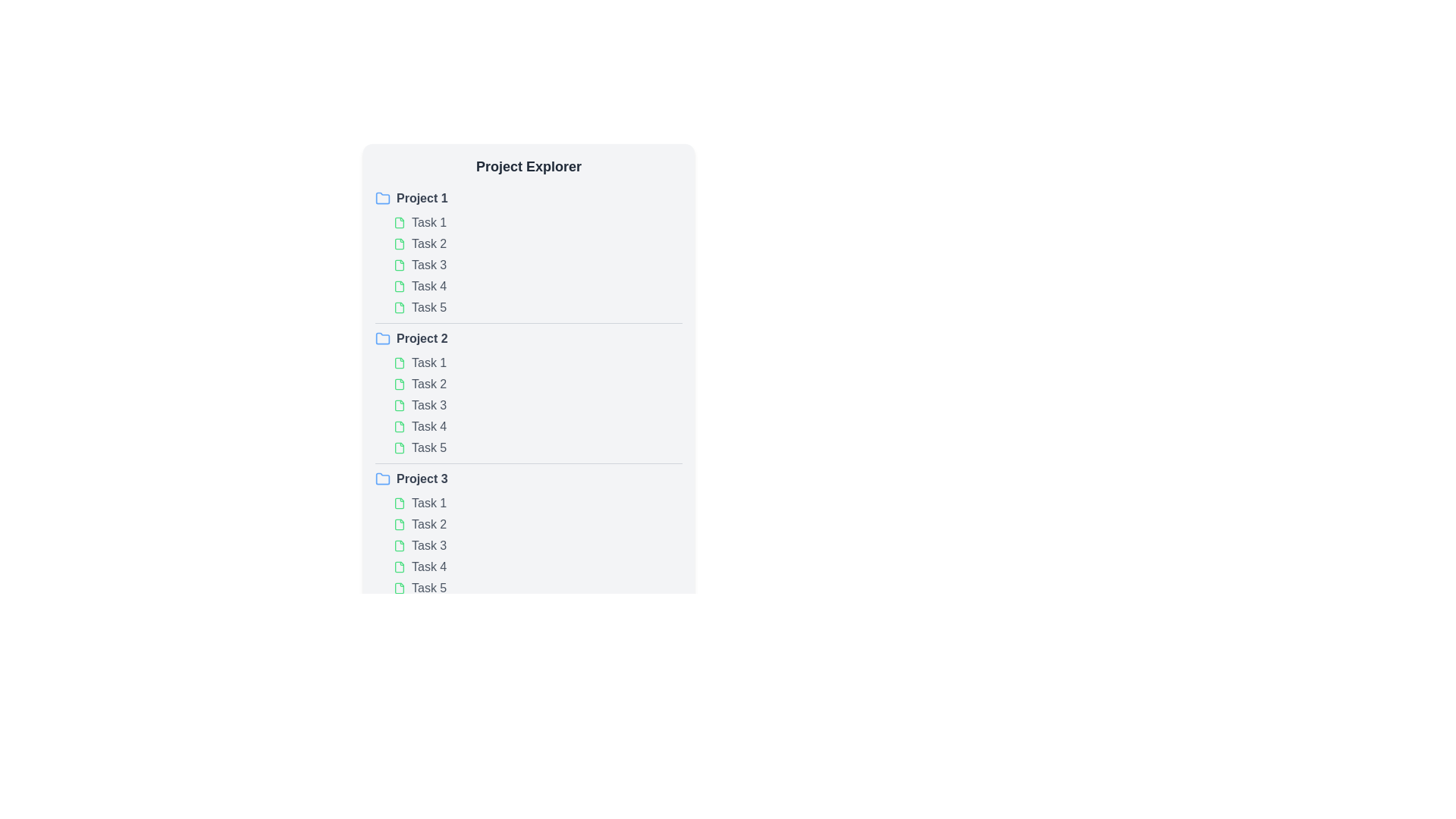  What do you see at coordinates (400, 447) in the screenshot?
I see `the icon representing the status of 'Task 5' in 'Project 2'` at bounding box center [400, 447].